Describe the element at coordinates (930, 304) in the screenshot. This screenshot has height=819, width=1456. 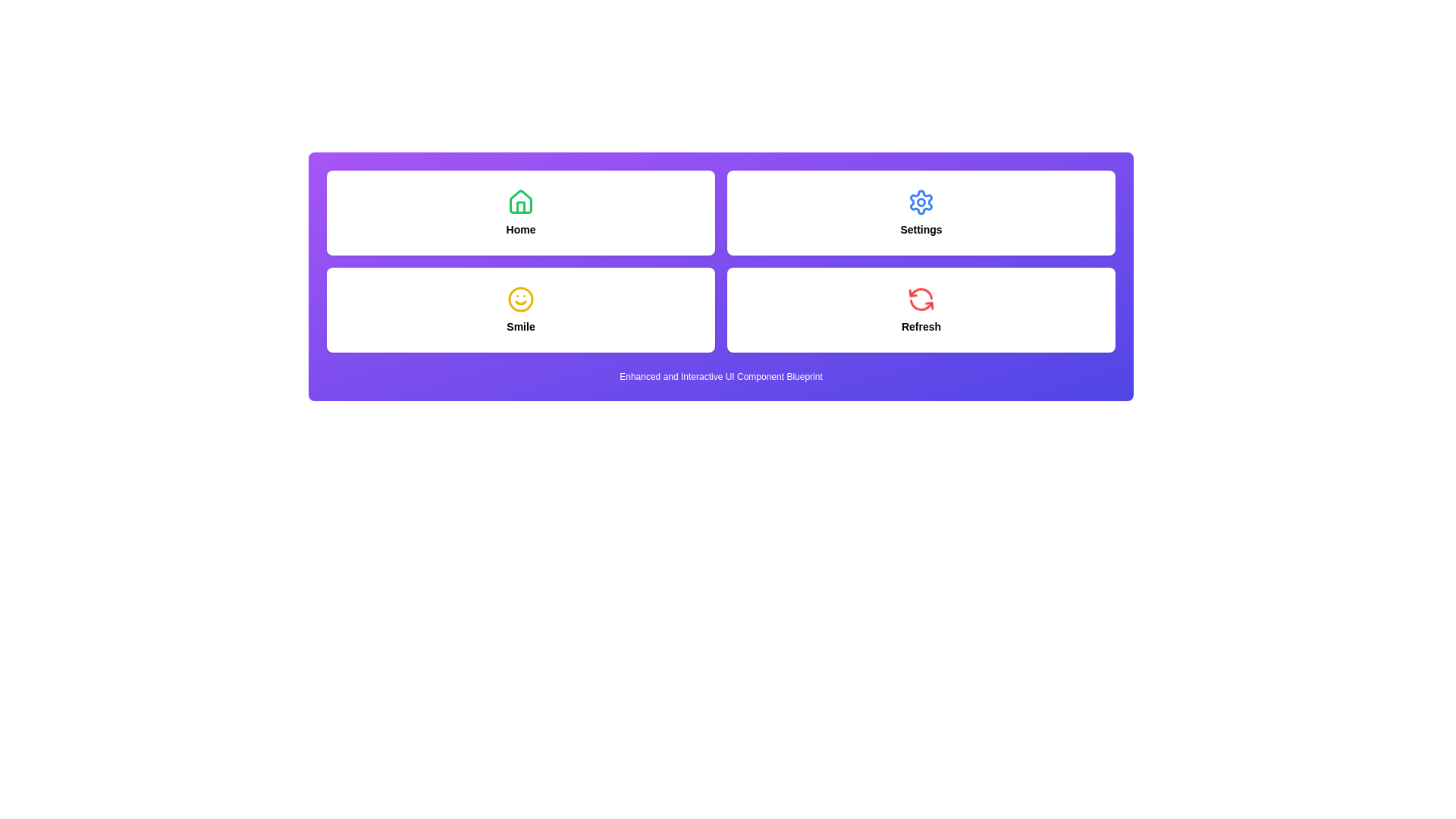
I see `the small red arrow within the spinning circular refresh icon located` at that location.